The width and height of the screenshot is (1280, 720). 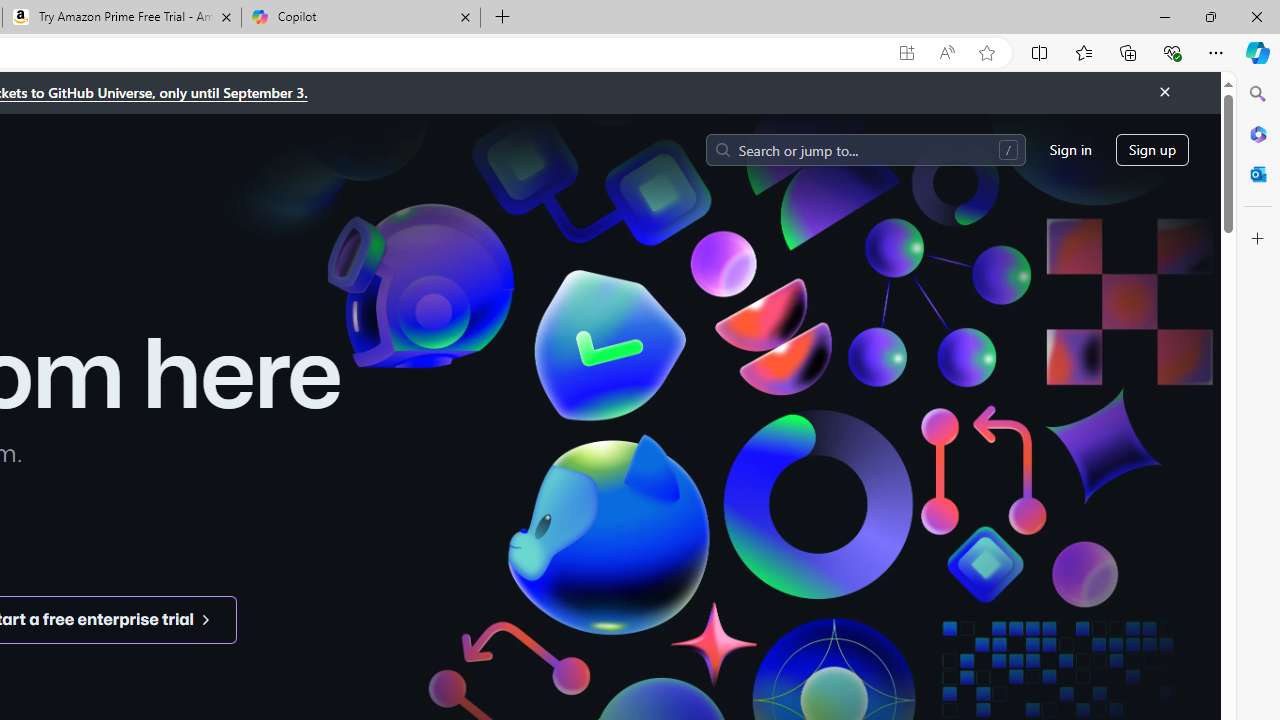 I want to click on 'Close Outlook pane', so click(x=1257, y=173).